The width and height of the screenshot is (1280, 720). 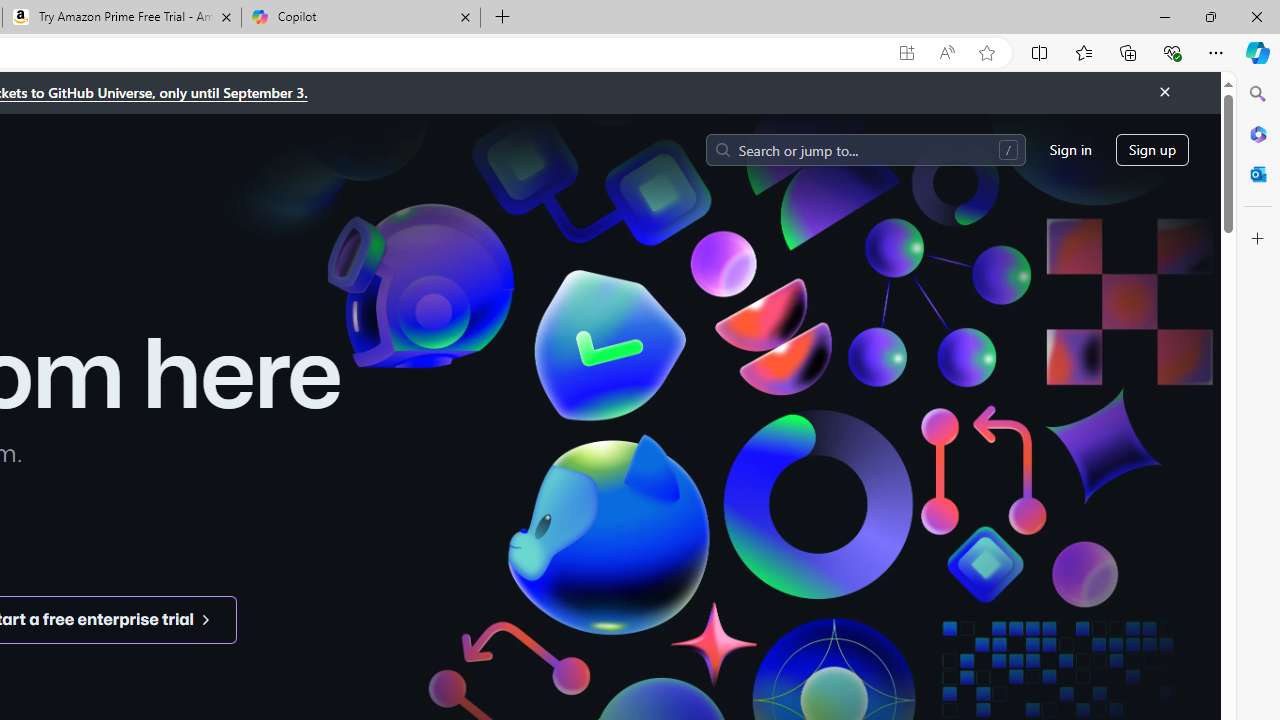 I want to click on 'Close Outlook pane', so click(x=1257, y=173).